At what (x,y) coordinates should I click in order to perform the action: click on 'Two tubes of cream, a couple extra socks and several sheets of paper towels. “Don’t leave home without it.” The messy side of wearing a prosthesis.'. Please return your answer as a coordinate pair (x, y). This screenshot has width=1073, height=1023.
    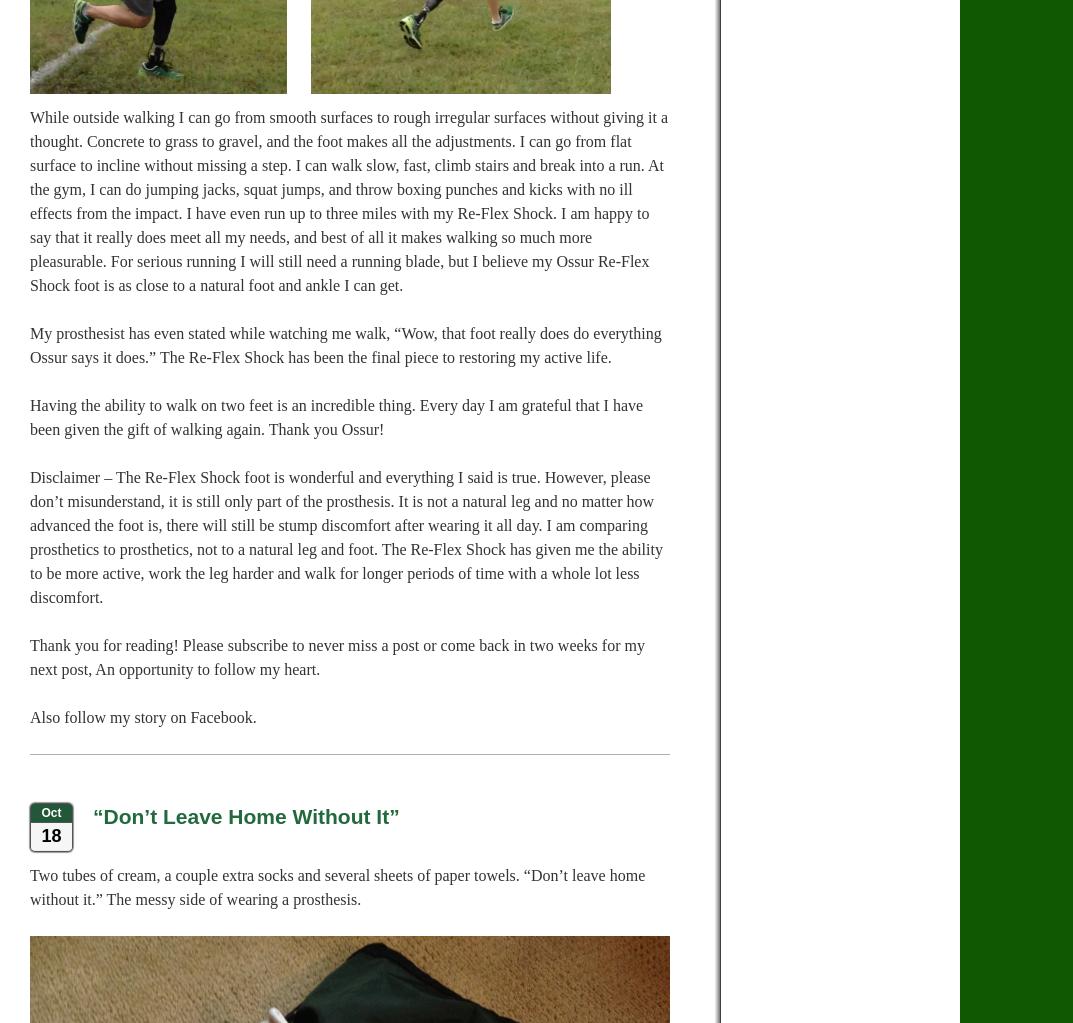
    Looking at the image, I should click on (337, 887).